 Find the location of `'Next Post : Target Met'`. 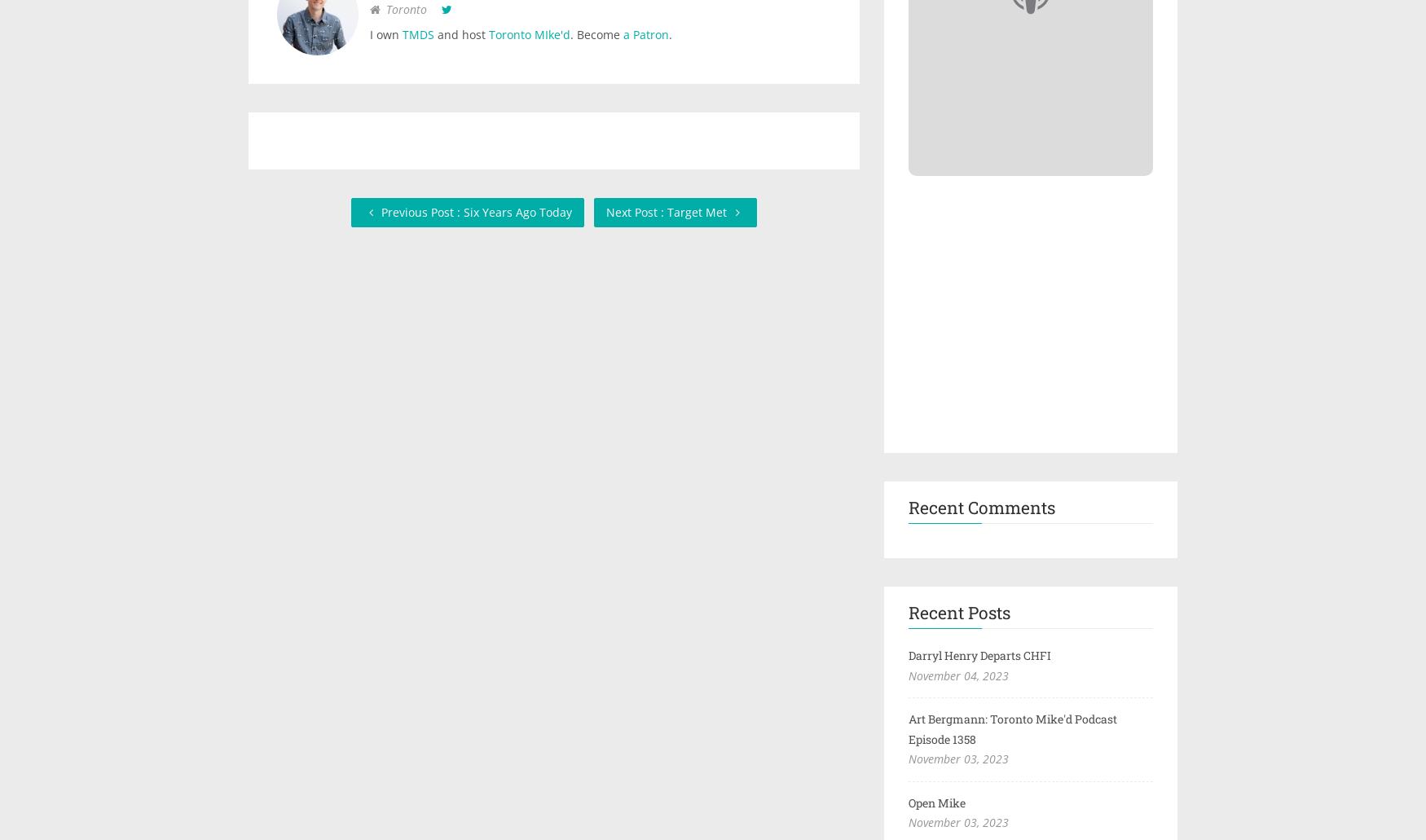

'Next Post : Target Met' is located at coordinates (668, 212).